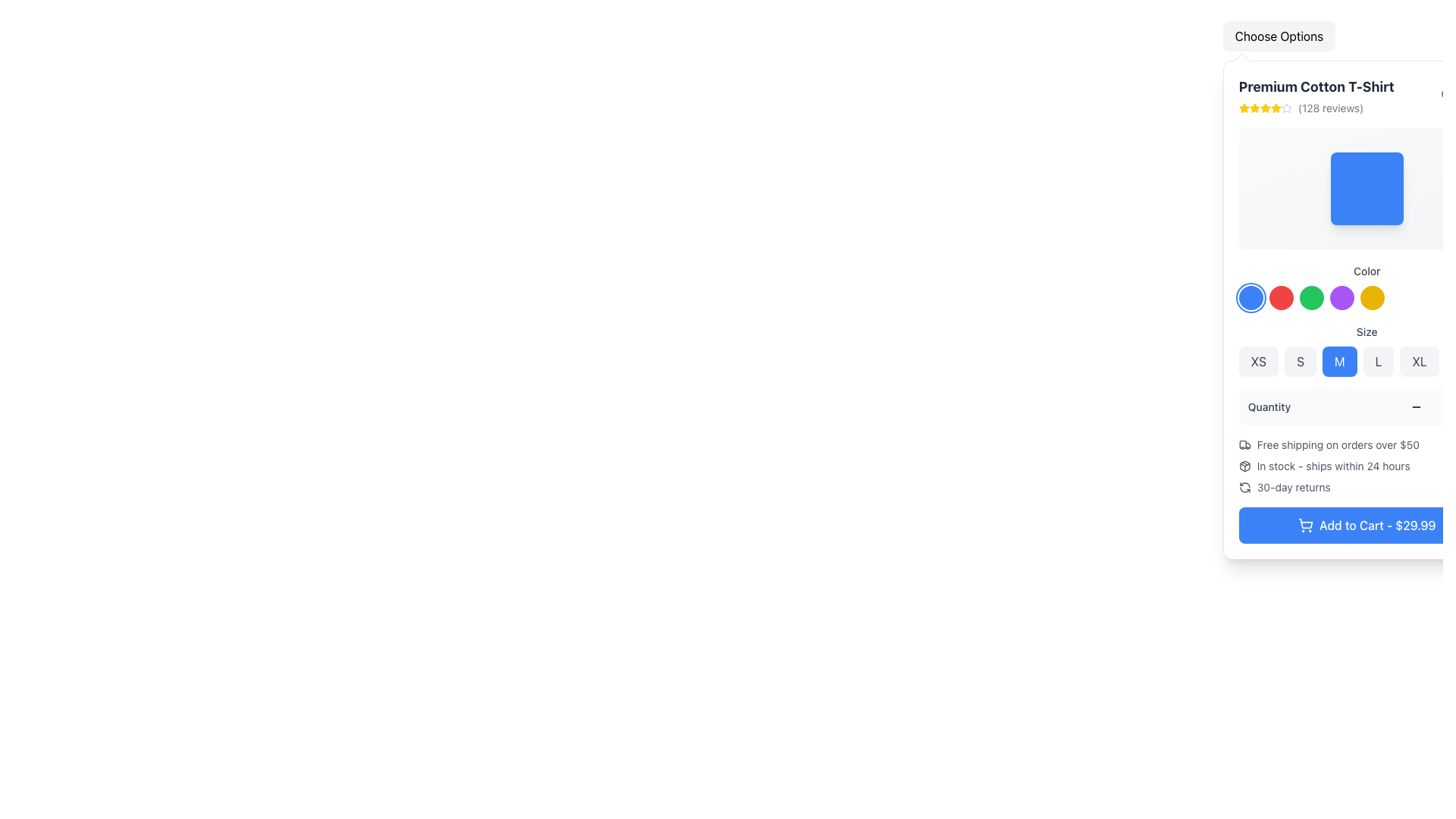 This screenshot has width=1456, height=819. What do you see at coordinates (1269, 406) in the screenshot?
I see `the label in the upper-left part of the quantity adjustment area, which clarifies its functionality as a quantity adjustment section` at bounding box center [1269, 406].